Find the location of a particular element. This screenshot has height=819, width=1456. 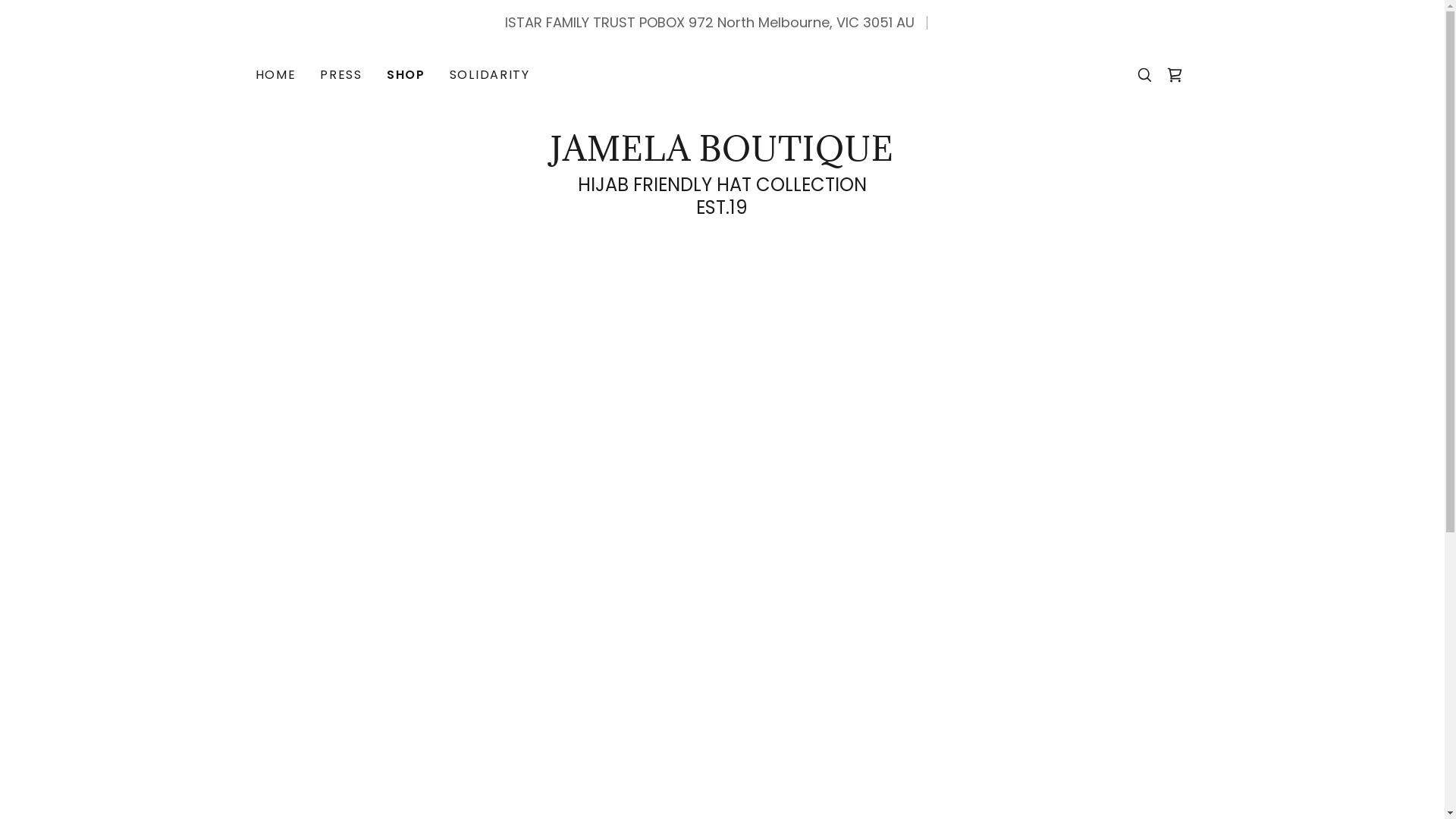

'SOLIDARITY' is located at coordinates (490, 75).